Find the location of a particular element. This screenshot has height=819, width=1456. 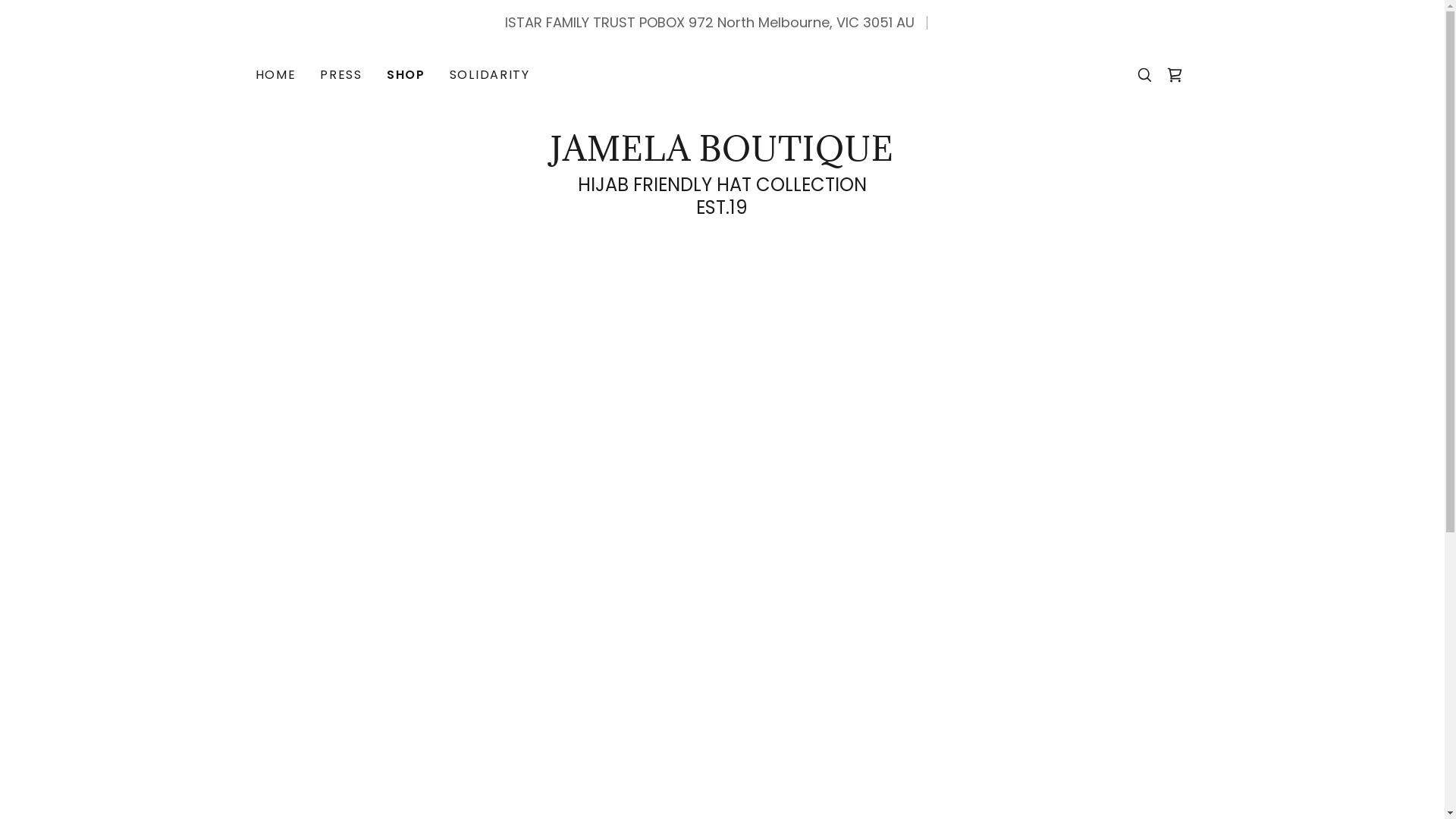

'SOLIDARITY' is located at coordinates (490, 75).